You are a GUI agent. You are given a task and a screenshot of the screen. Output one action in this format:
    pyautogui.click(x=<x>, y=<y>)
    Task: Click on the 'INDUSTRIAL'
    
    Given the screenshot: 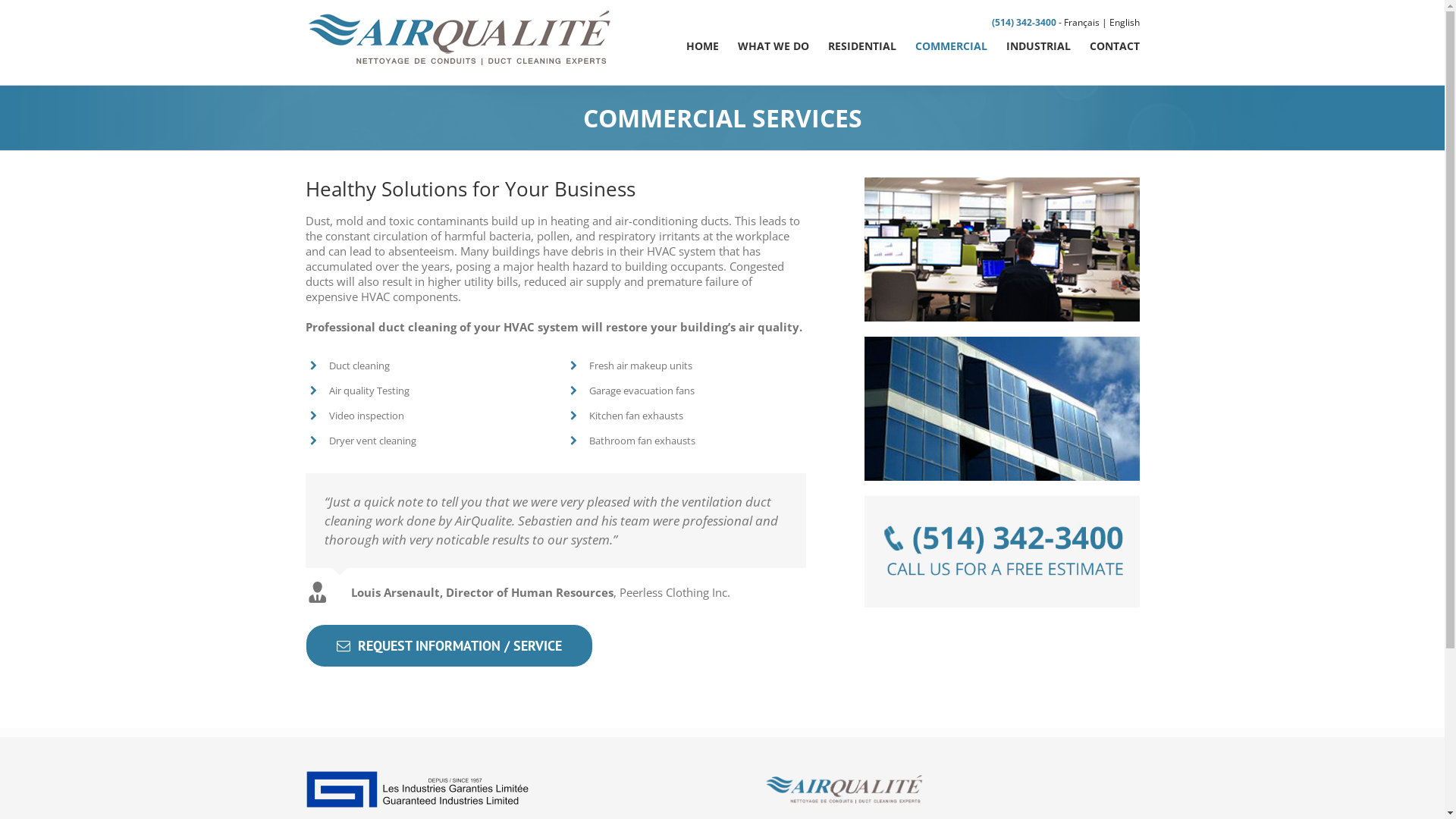 What is the action you would take?
    pyautogui.click(x=1037, y=43)
    